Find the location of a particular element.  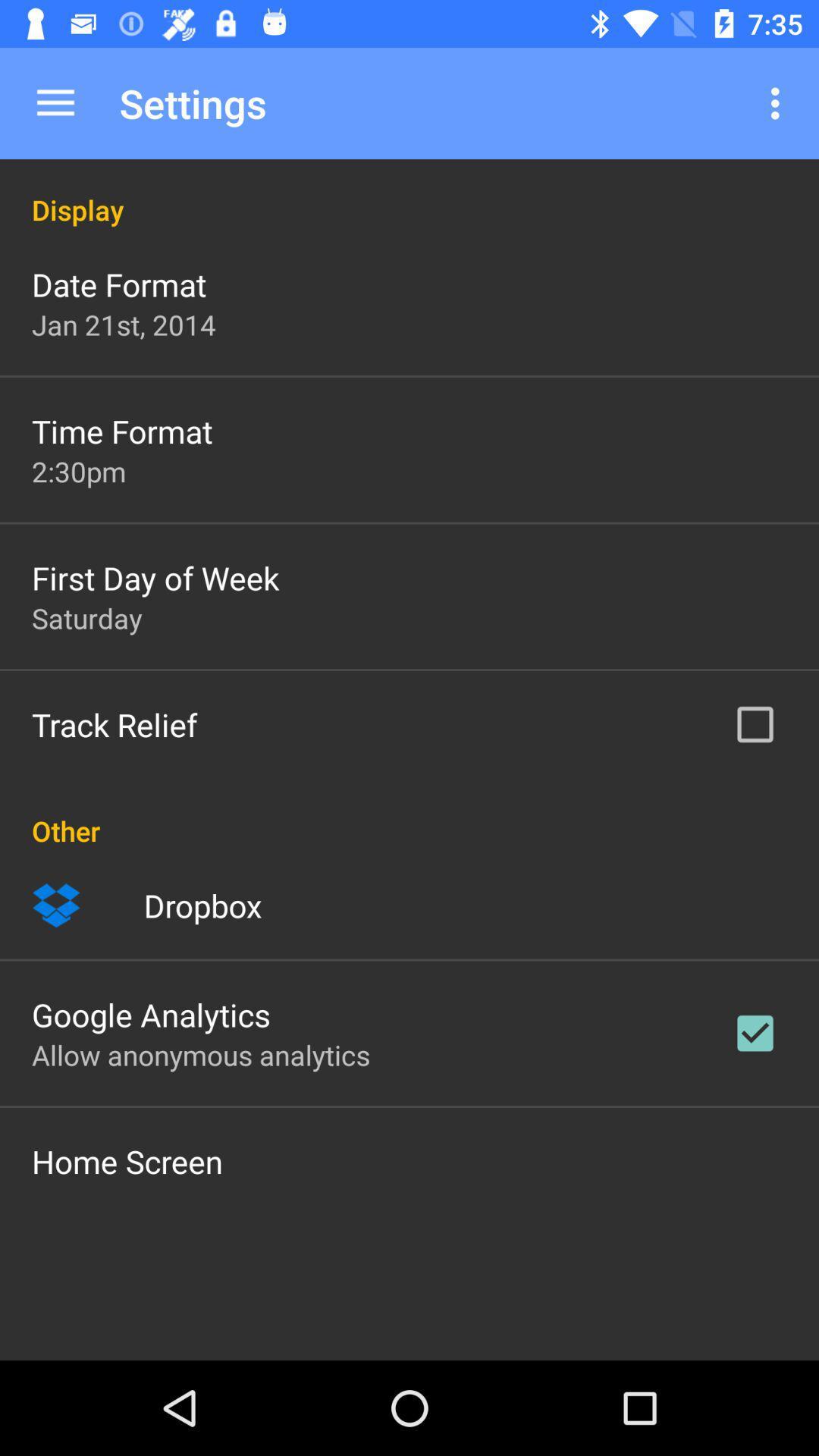

the google analytics is located at coordinates (151, 1015).